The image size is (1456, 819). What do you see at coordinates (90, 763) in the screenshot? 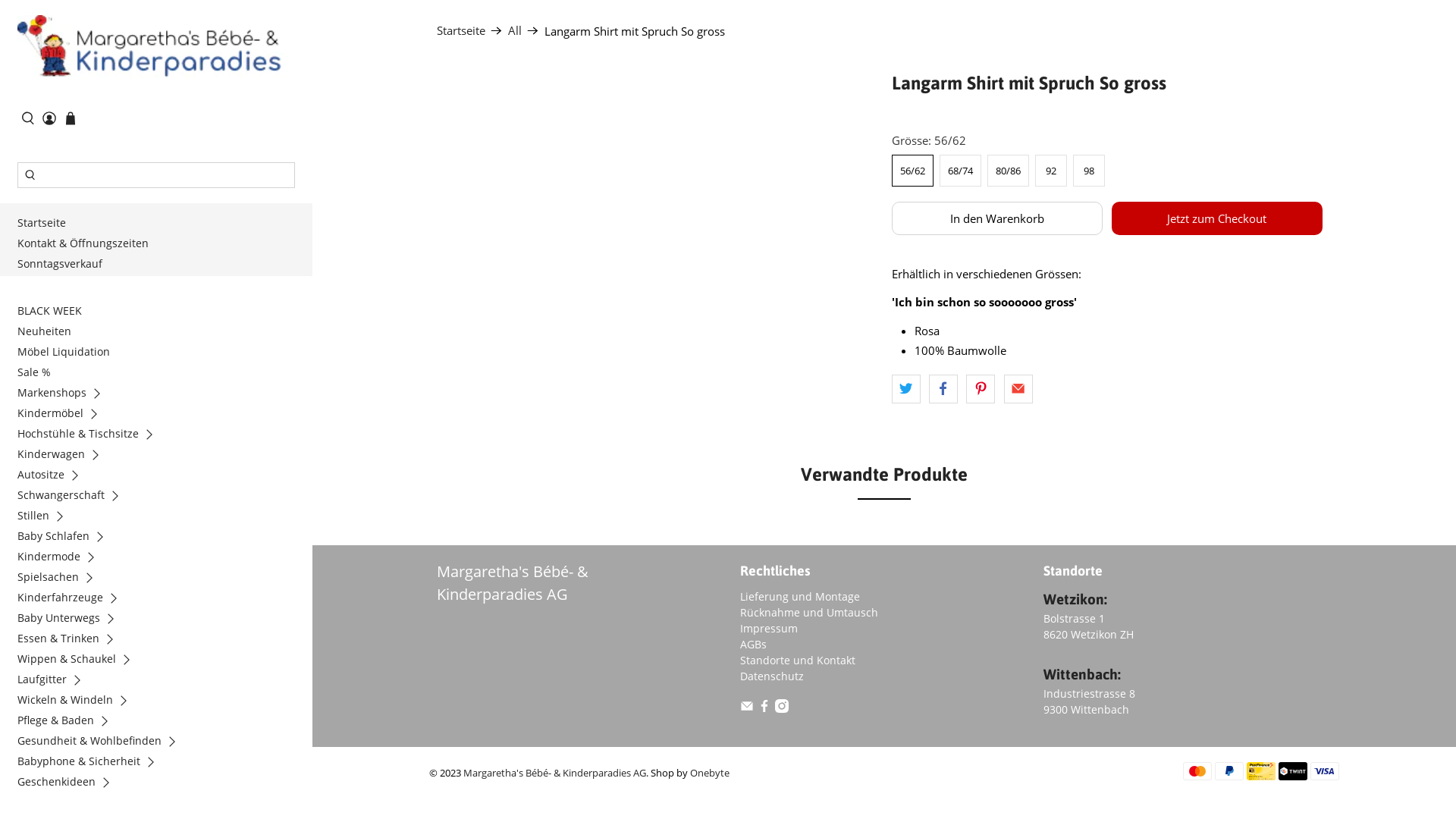
I see `'Babyphone & Sicherheit'` at bounding box center [90, 763].